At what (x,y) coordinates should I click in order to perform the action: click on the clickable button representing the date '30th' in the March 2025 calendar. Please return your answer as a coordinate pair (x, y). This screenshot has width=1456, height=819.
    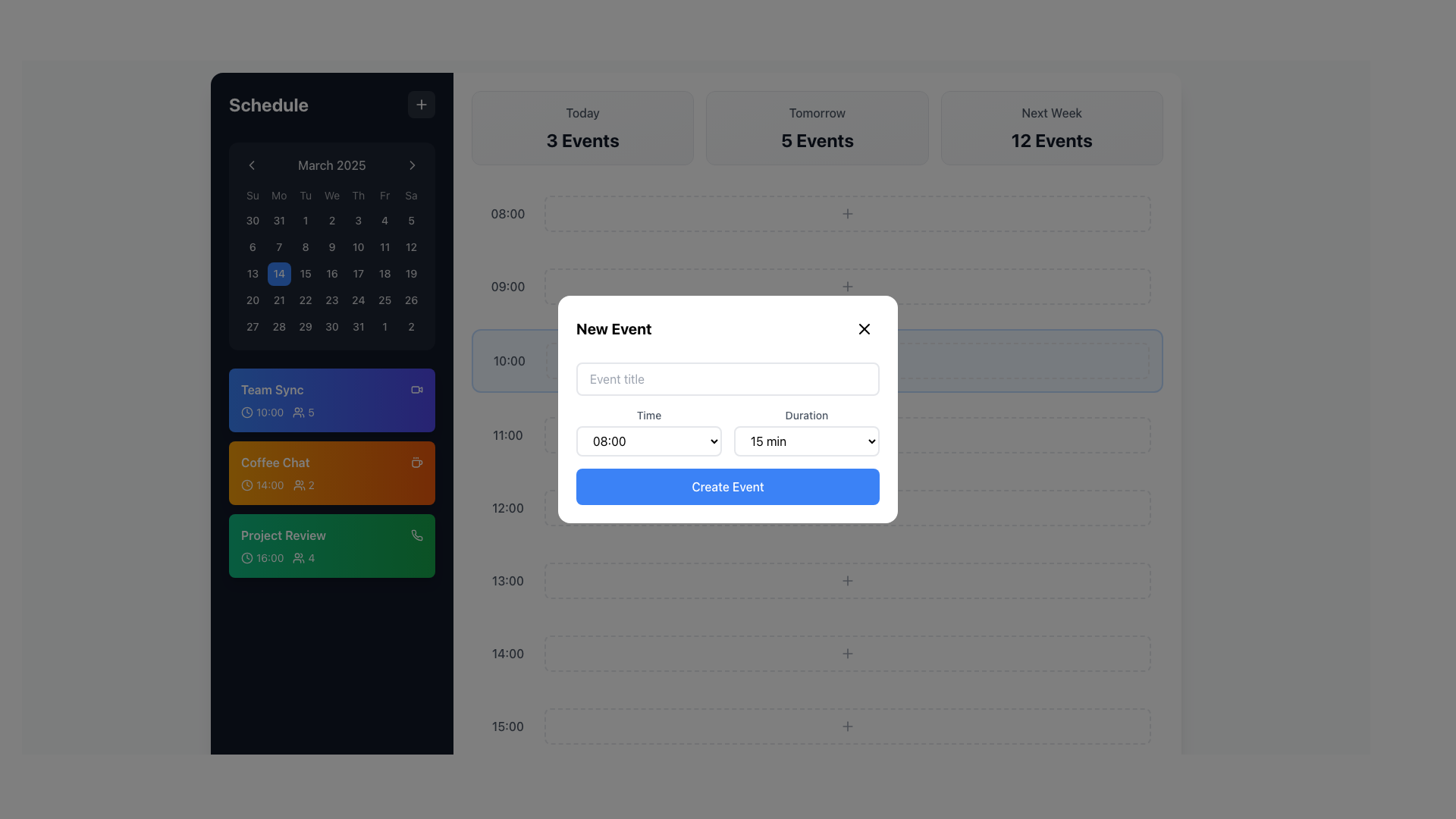
    Looking at the image, I should click on (253, 221).